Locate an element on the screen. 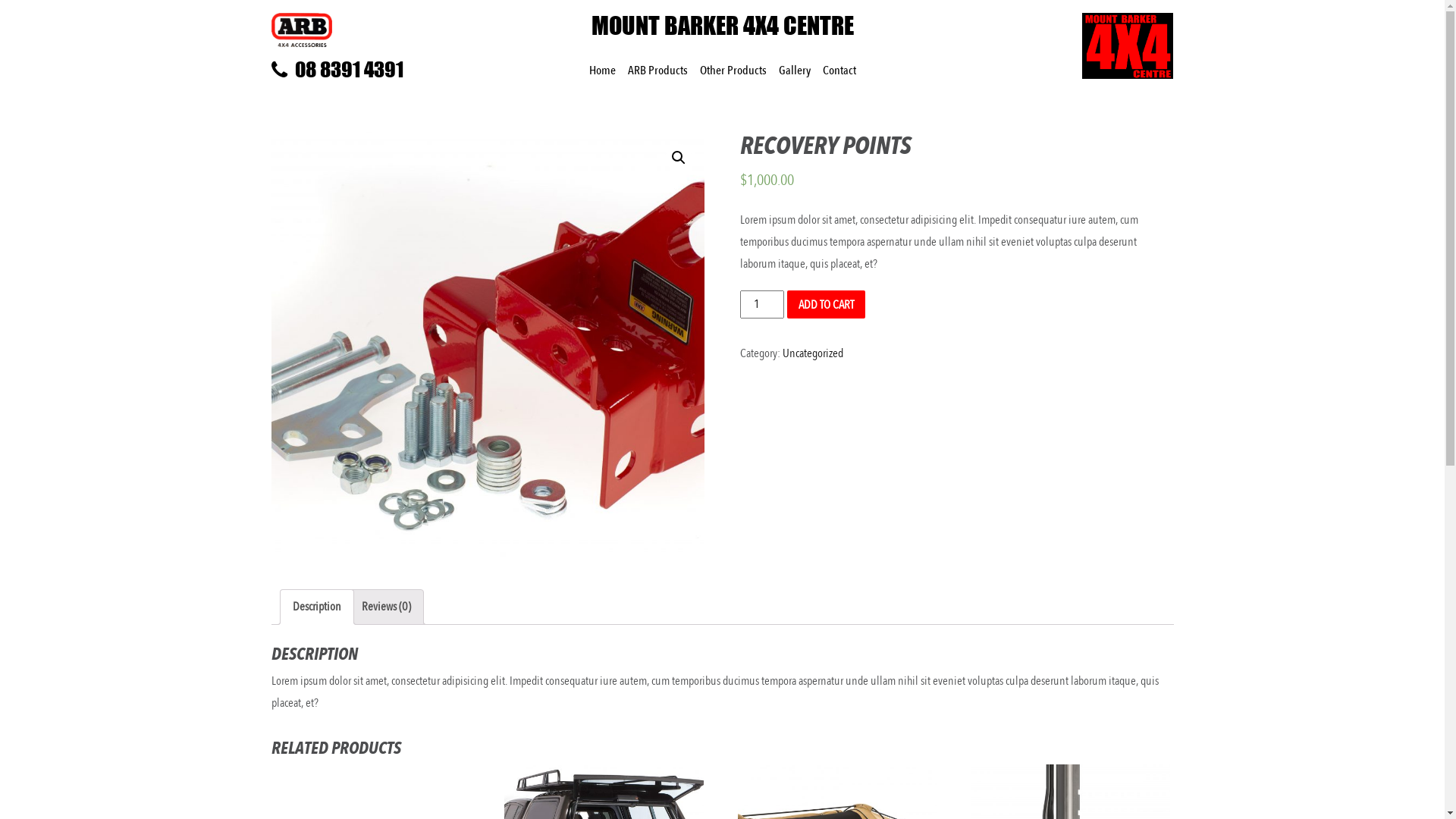 The height and width of the screenshot is (819, 1456). '08 8391 4391' is located at coordinates (375, 70).